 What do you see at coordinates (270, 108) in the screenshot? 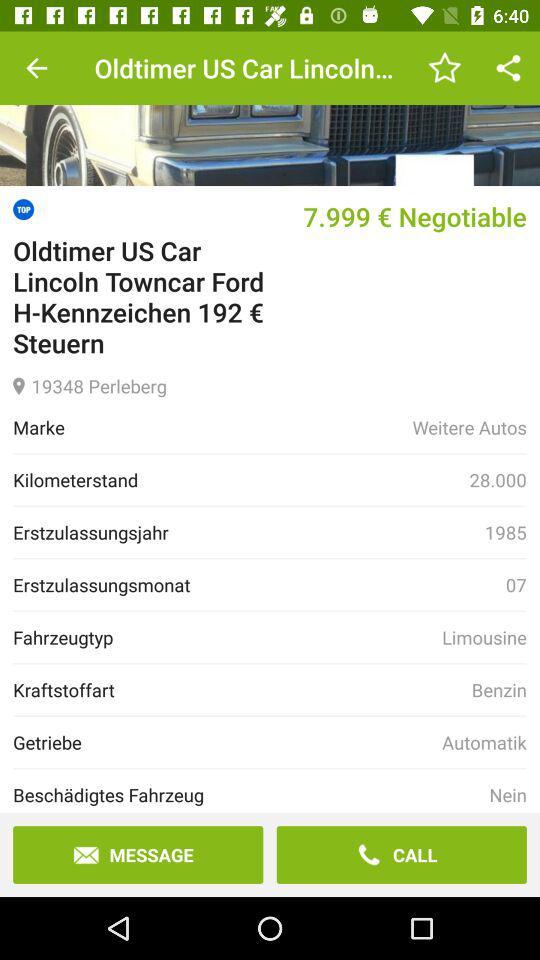
I see `main menu` at bounding box center [270, 108].